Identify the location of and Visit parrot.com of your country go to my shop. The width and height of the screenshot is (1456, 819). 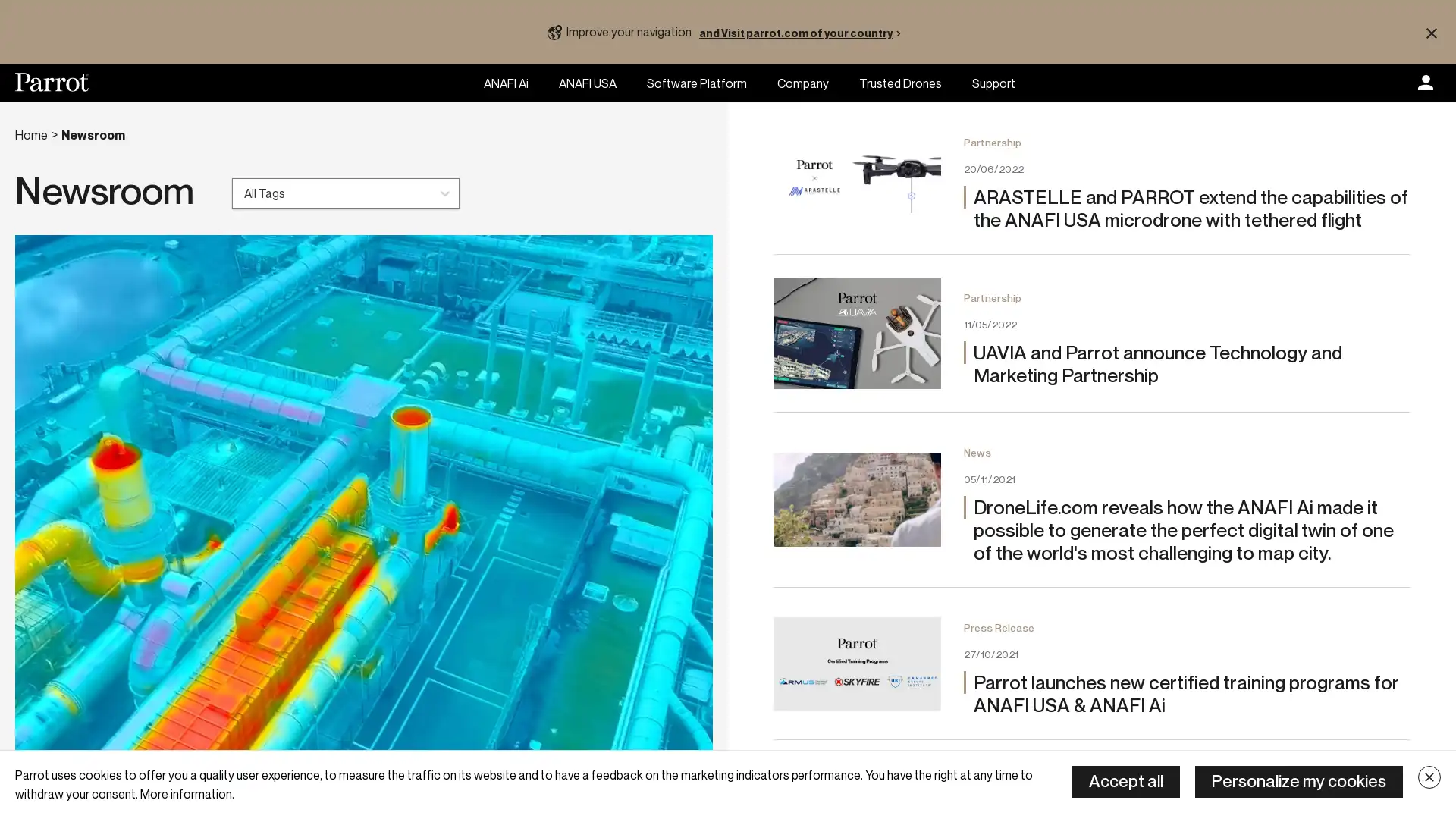
(802, 32).